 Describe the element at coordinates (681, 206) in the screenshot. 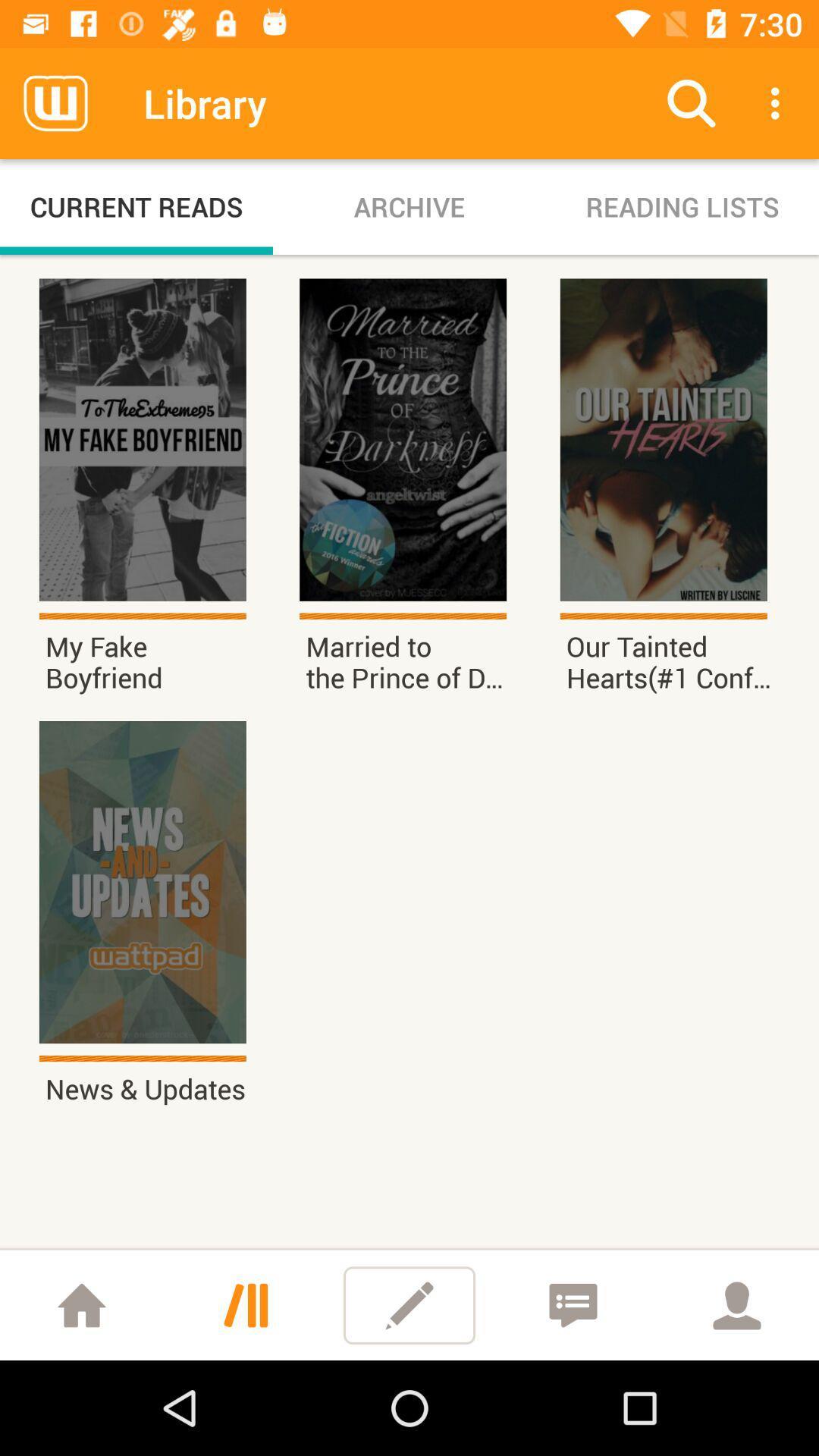

I see `the reading lists` at that location.